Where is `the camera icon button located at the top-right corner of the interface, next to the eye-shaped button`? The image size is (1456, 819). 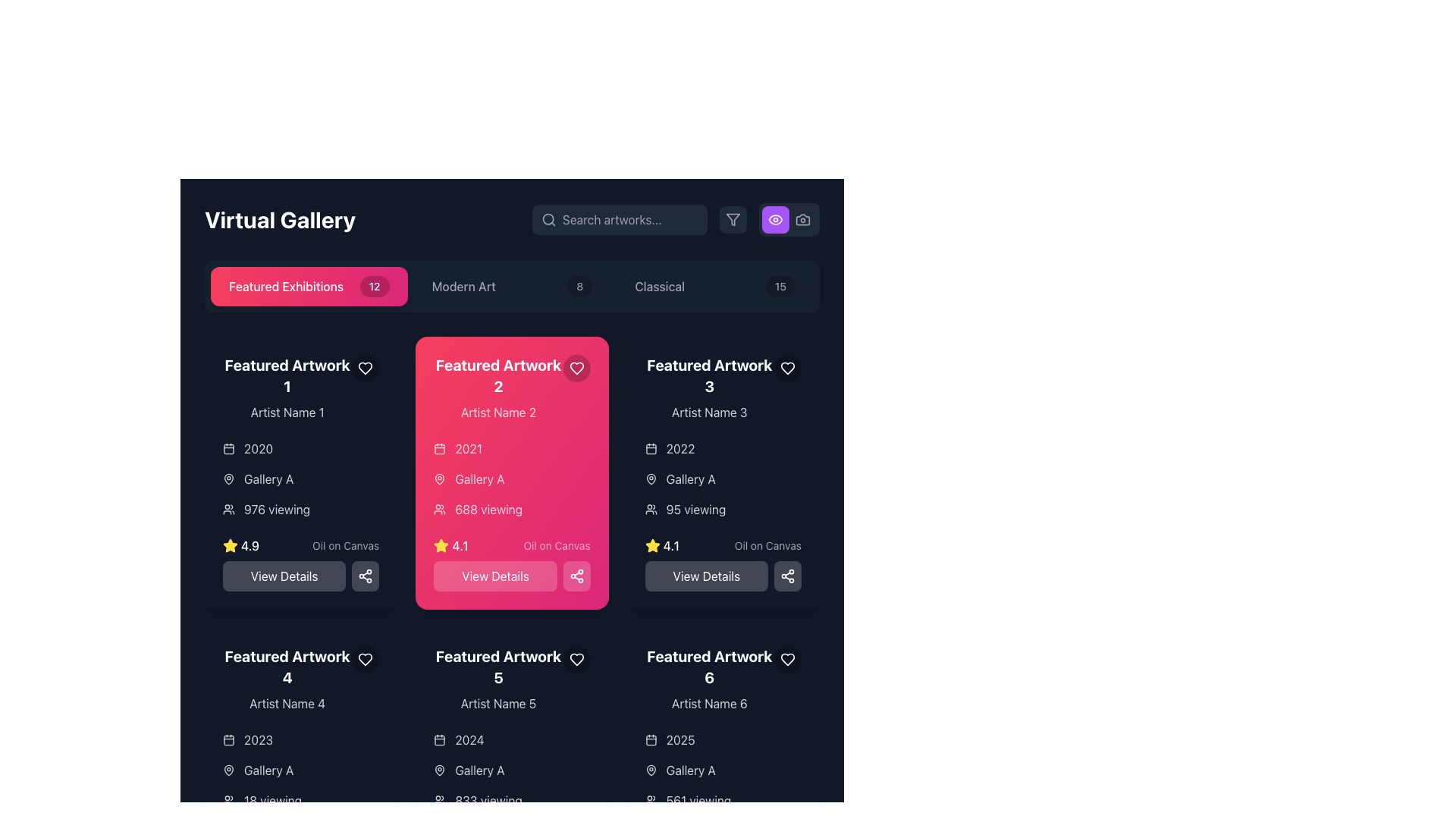
the camera icon button located at the top-right corner of the interface, next to the eye-shaped button is located at coordinates (802, 219).